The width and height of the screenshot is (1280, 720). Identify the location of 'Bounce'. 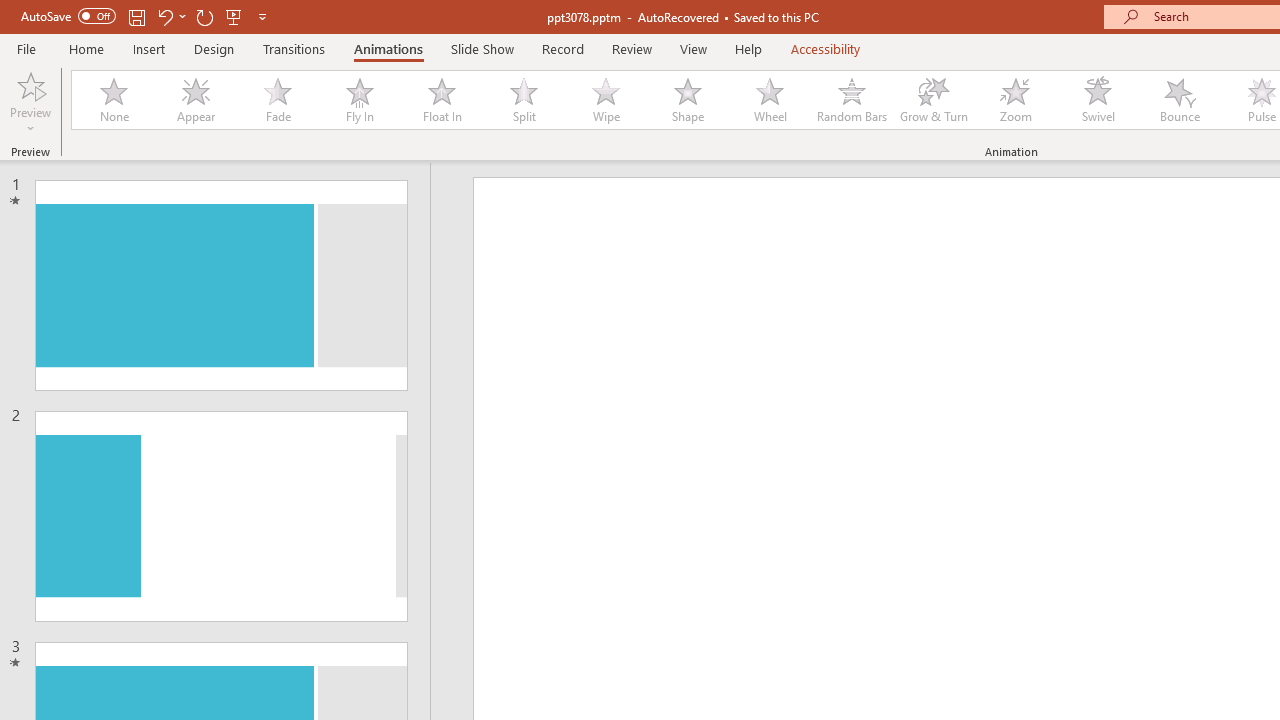
(1180, 100).